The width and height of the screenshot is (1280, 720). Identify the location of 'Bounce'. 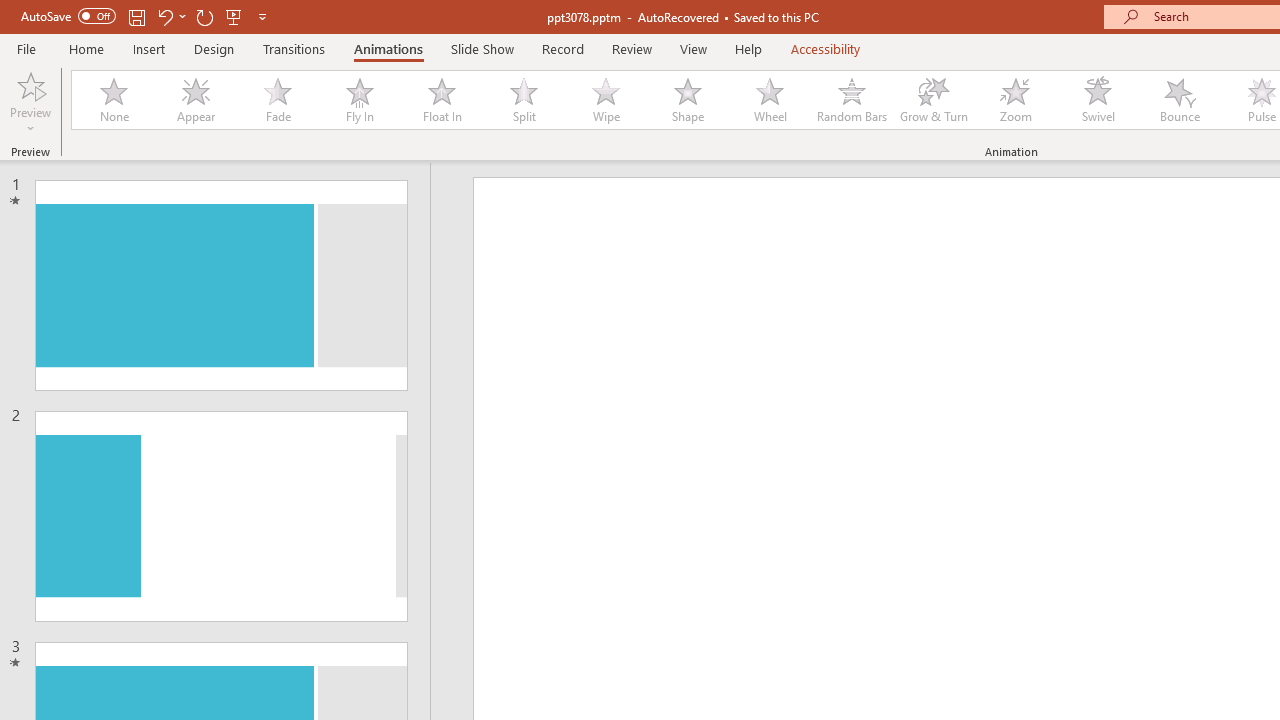
(1180, 100).